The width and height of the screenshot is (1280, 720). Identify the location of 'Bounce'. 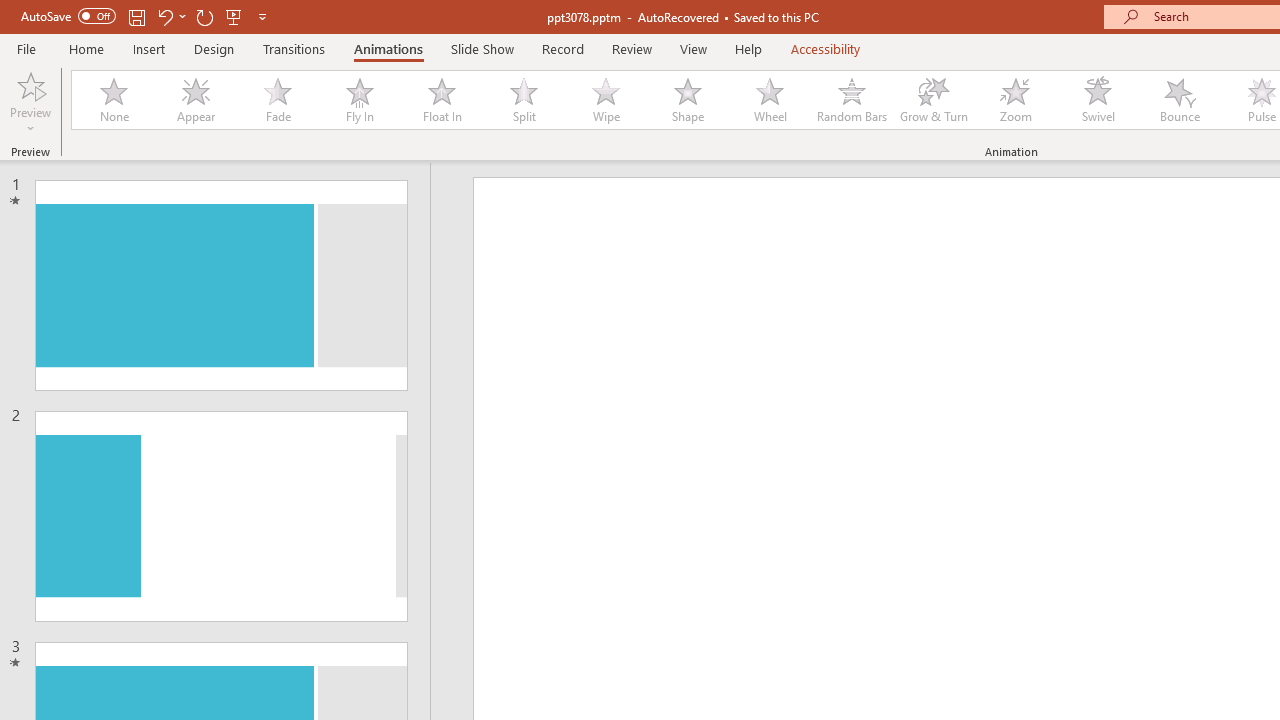
(1180, 100).